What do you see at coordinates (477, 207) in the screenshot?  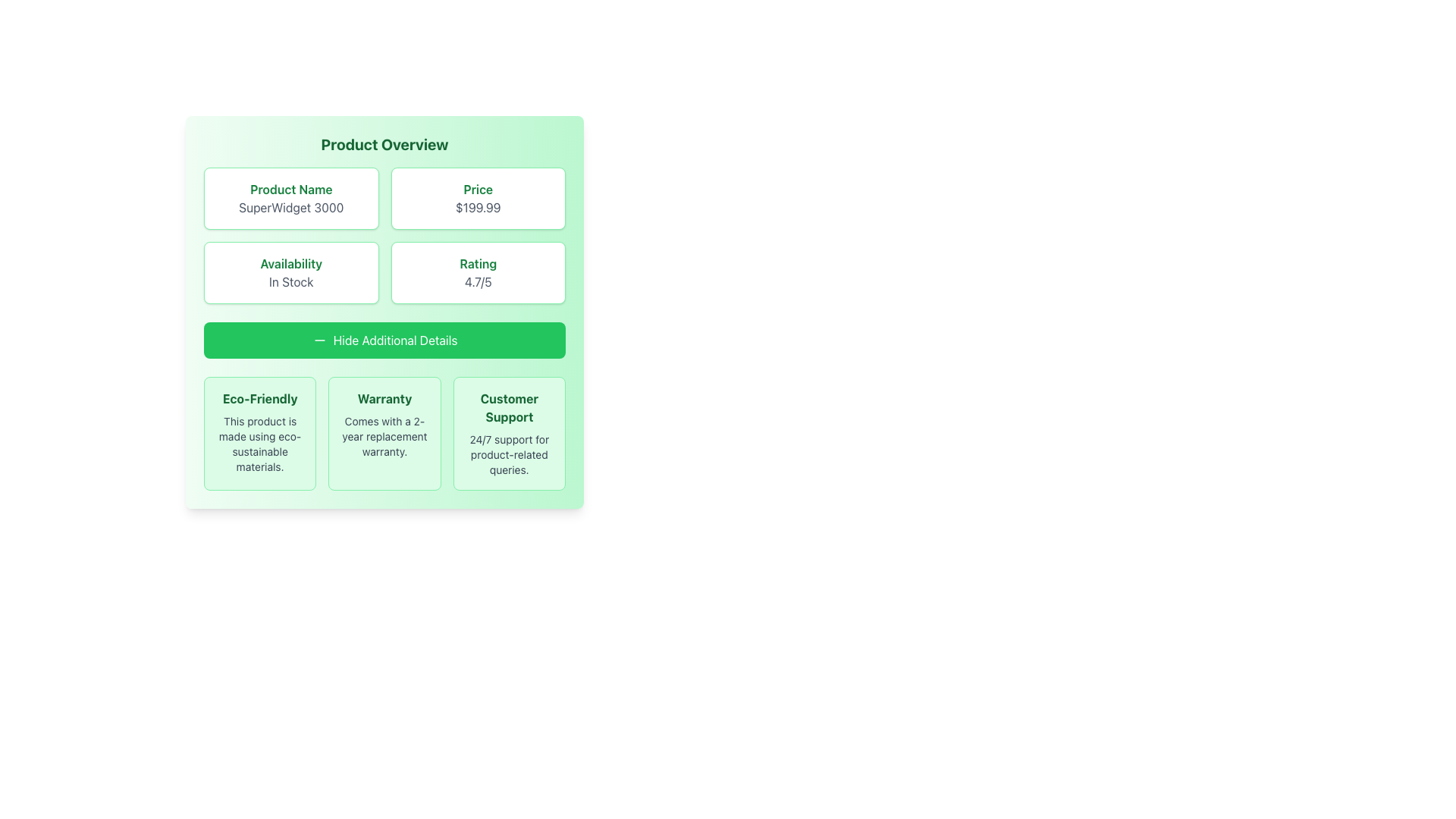 I see `the price display text label located in the 'Price' section, positioned below the 'Price' label` at bounding box center [477, 207].